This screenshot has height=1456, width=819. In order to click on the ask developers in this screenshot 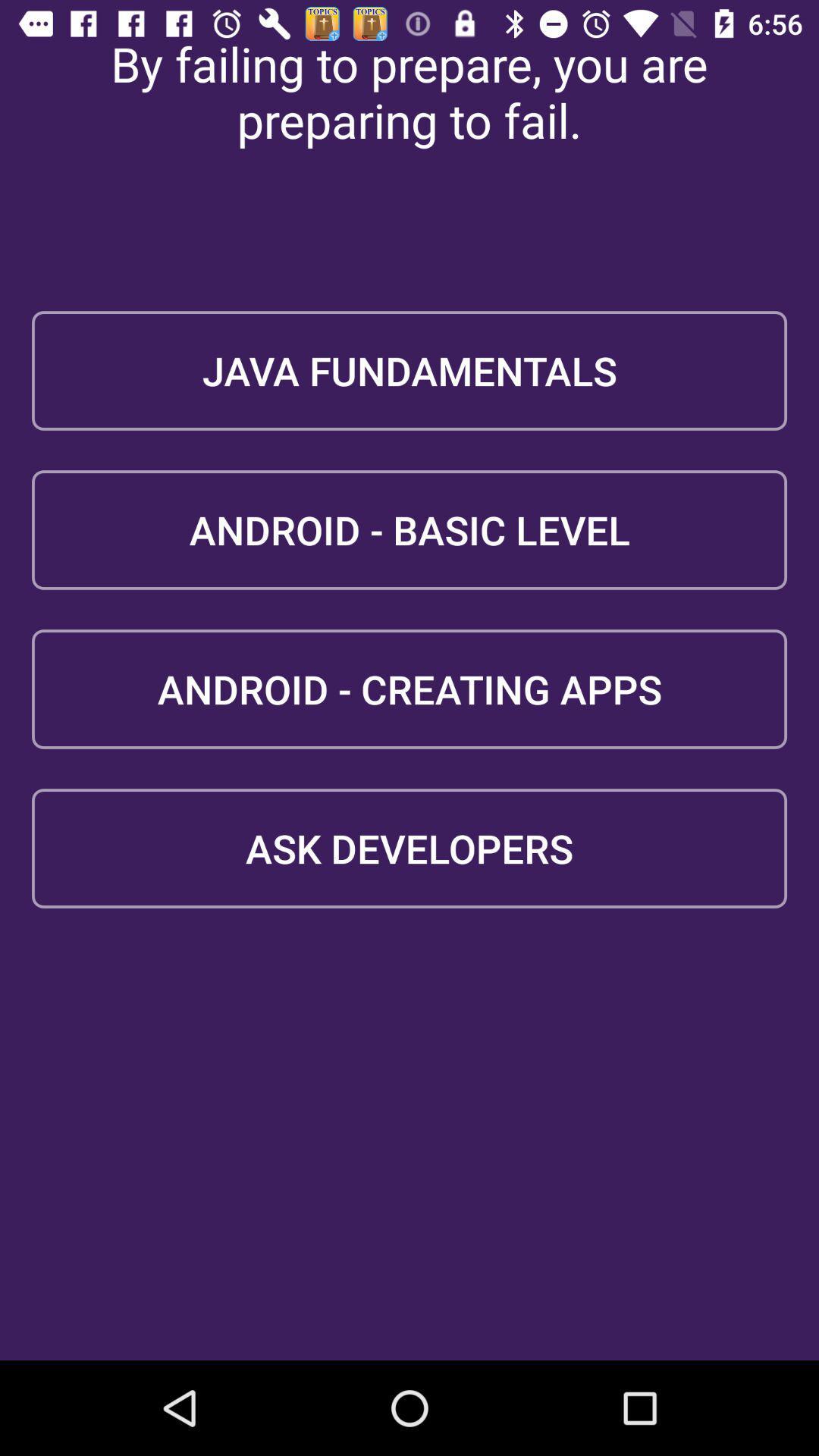, I will do `click(409, 847)`.